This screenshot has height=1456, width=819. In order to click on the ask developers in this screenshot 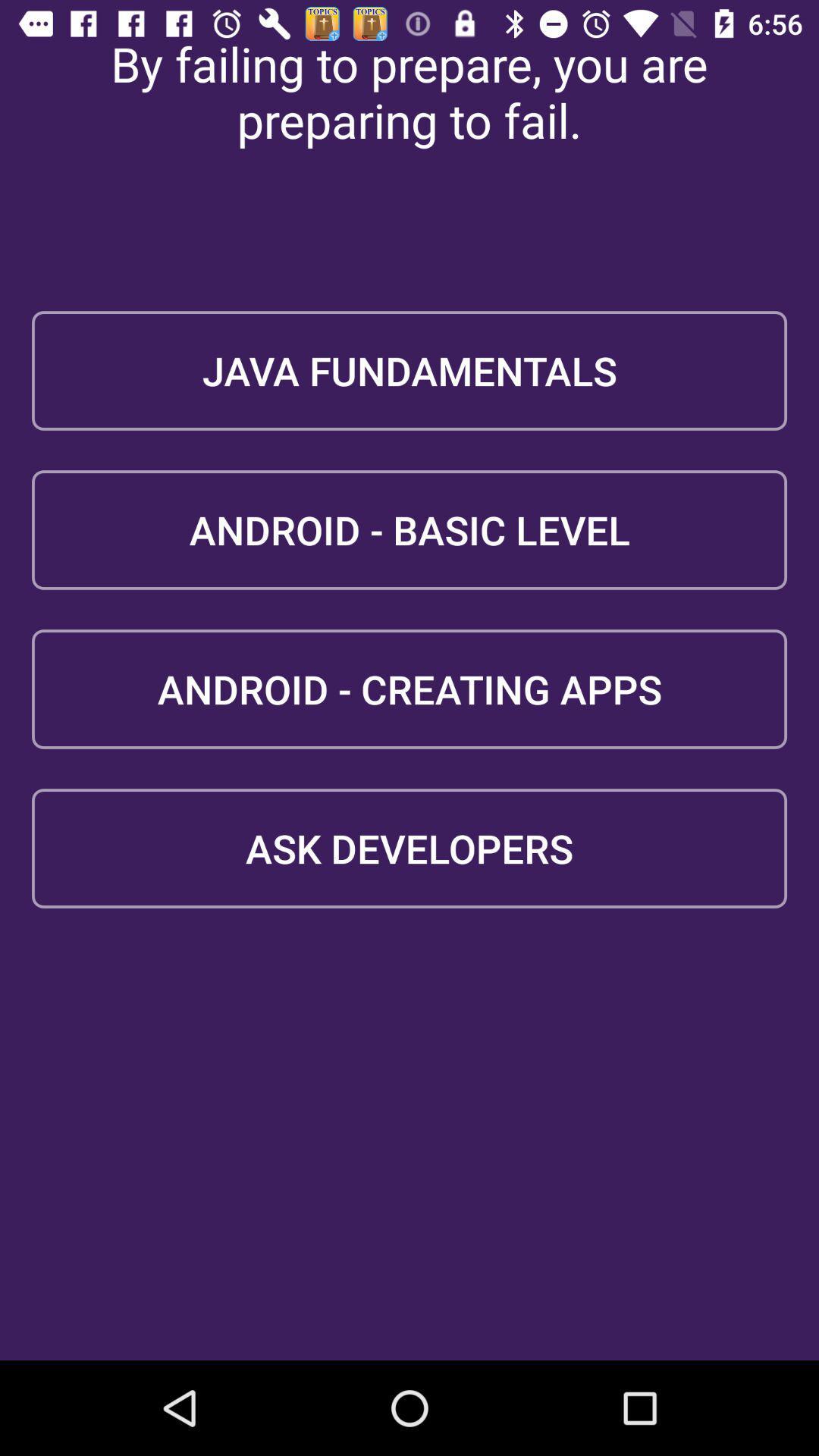, I will do `click(409, 847)`.